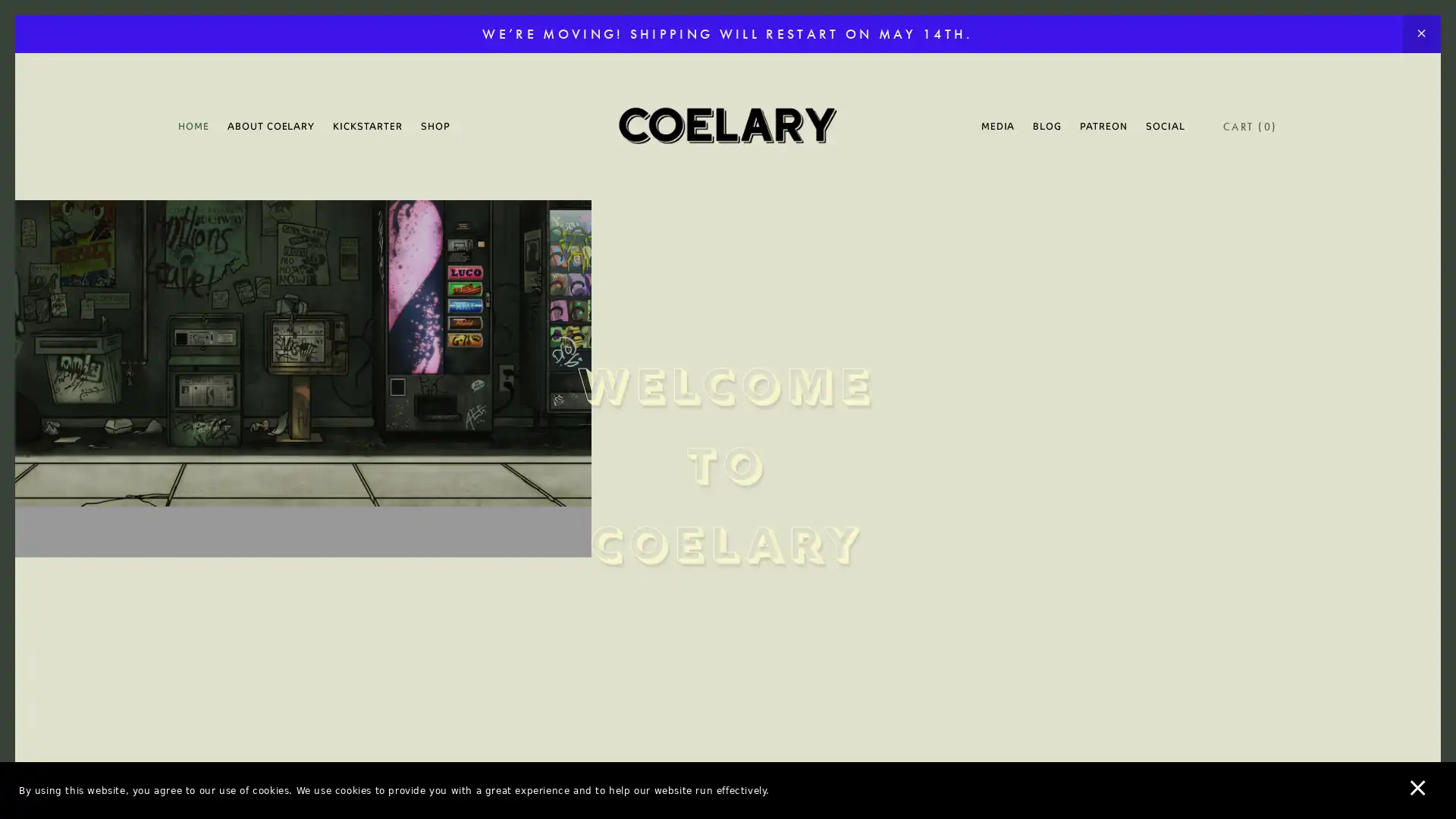  Describe the element at coordinates (993, 177) in the screenshot. I see `Close` at that location.